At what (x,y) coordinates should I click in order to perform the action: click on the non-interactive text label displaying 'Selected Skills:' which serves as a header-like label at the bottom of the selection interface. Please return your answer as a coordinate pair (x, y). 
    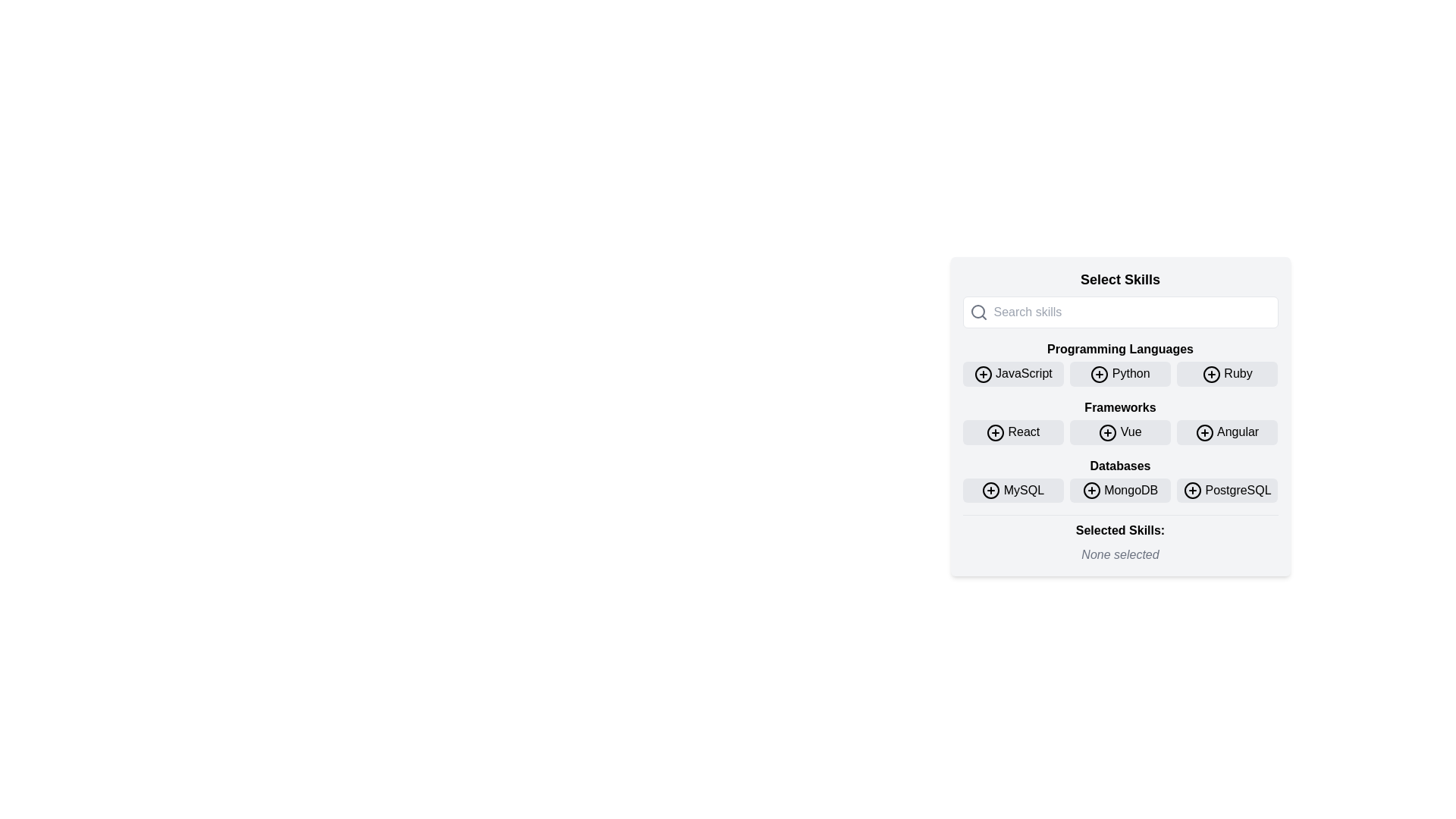
    Looking at the image, I should click on (1120, 530).